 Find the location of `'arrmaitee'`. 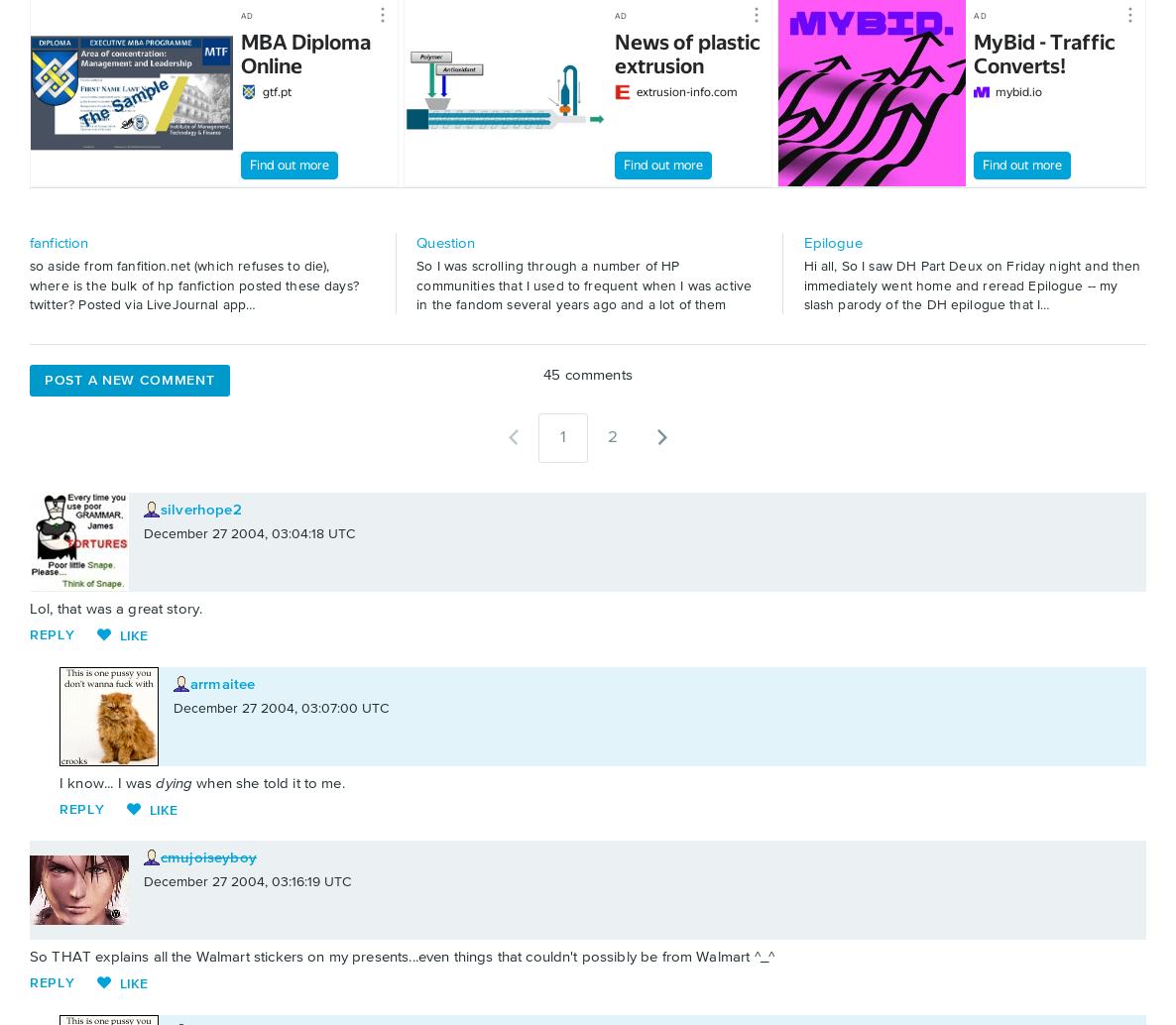

'arrmaitee' is located at coordinates (222, 683).